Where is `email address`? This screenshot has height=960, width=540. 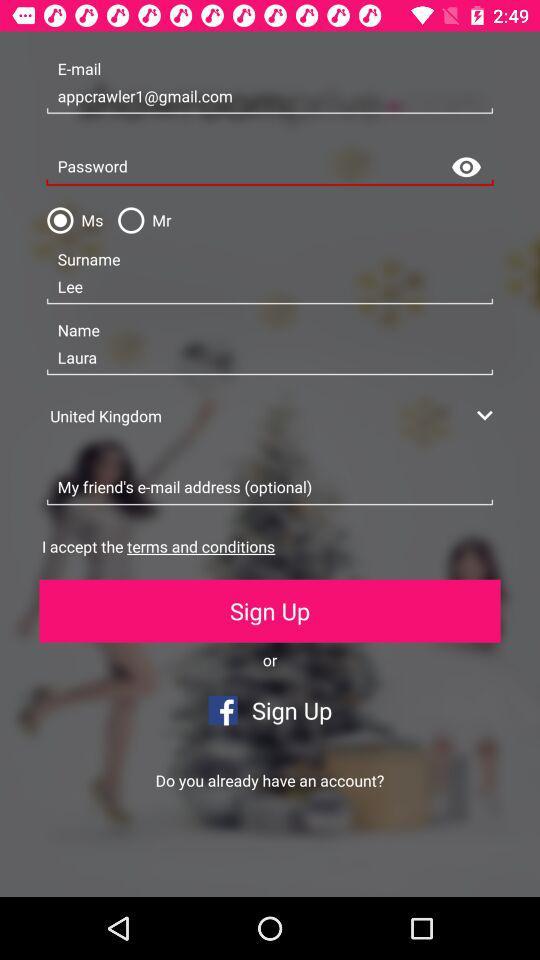
email address is located at coordinates (270, 487).